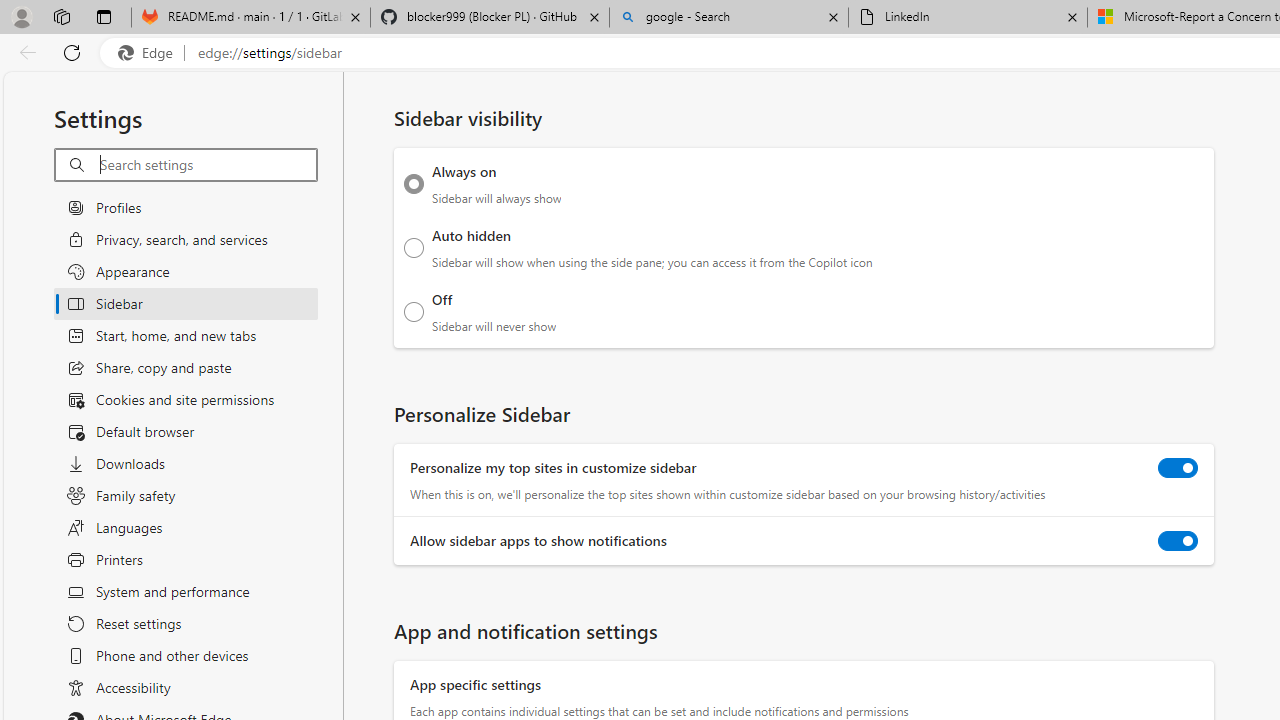 The image size is (1280, 720). I want to click on 'Search settings', so click(208, 164).